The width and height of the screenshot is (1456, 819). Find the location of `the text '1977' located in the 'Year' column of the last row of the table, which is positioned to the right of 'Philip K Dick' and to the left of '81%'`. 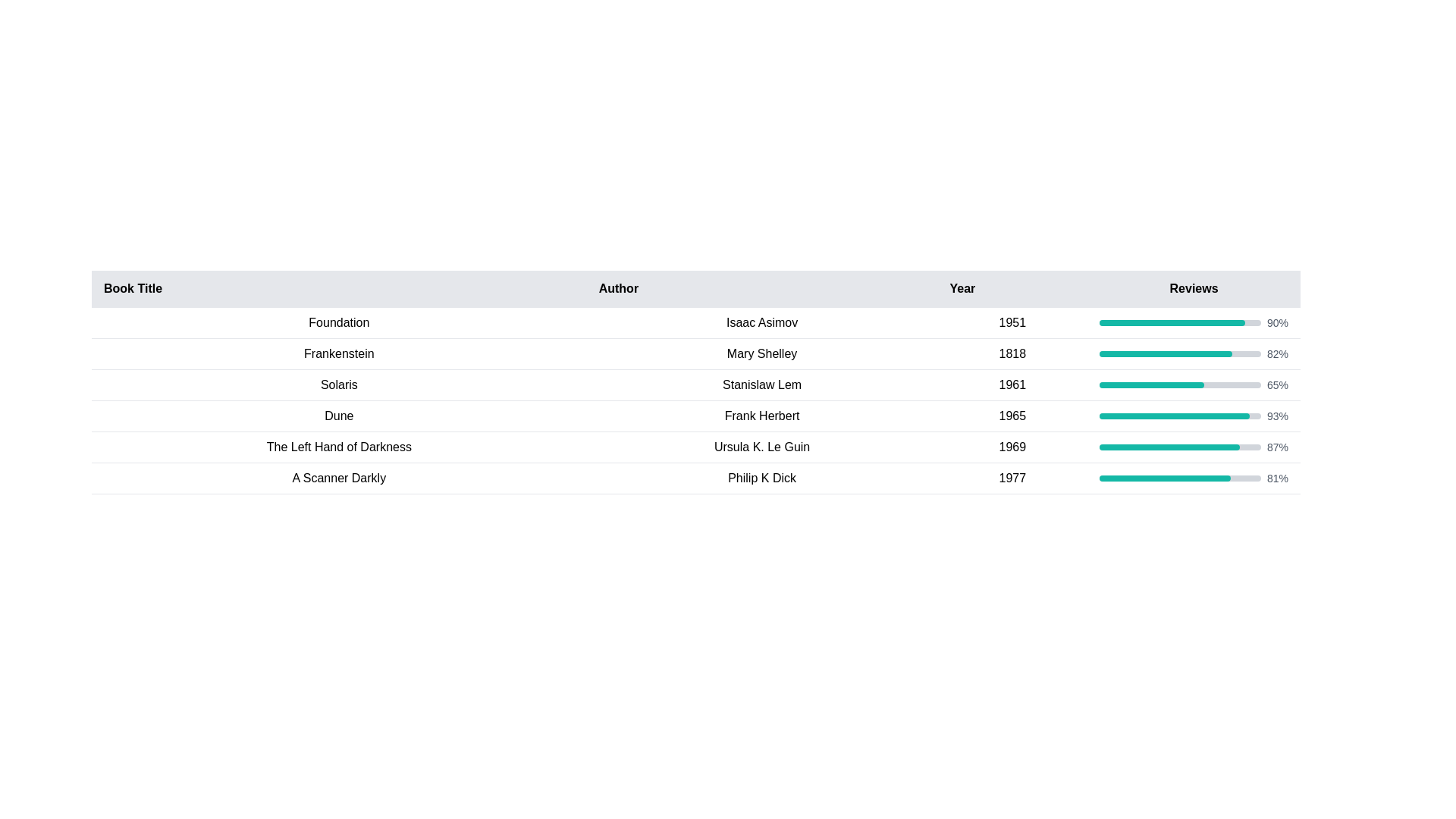

the text '1977' located in the 'Year' column of the last row of the table, which is positioned to the right of 'Philip K Dick' and to the left of '81%' is located at coordinates (1012, 479).